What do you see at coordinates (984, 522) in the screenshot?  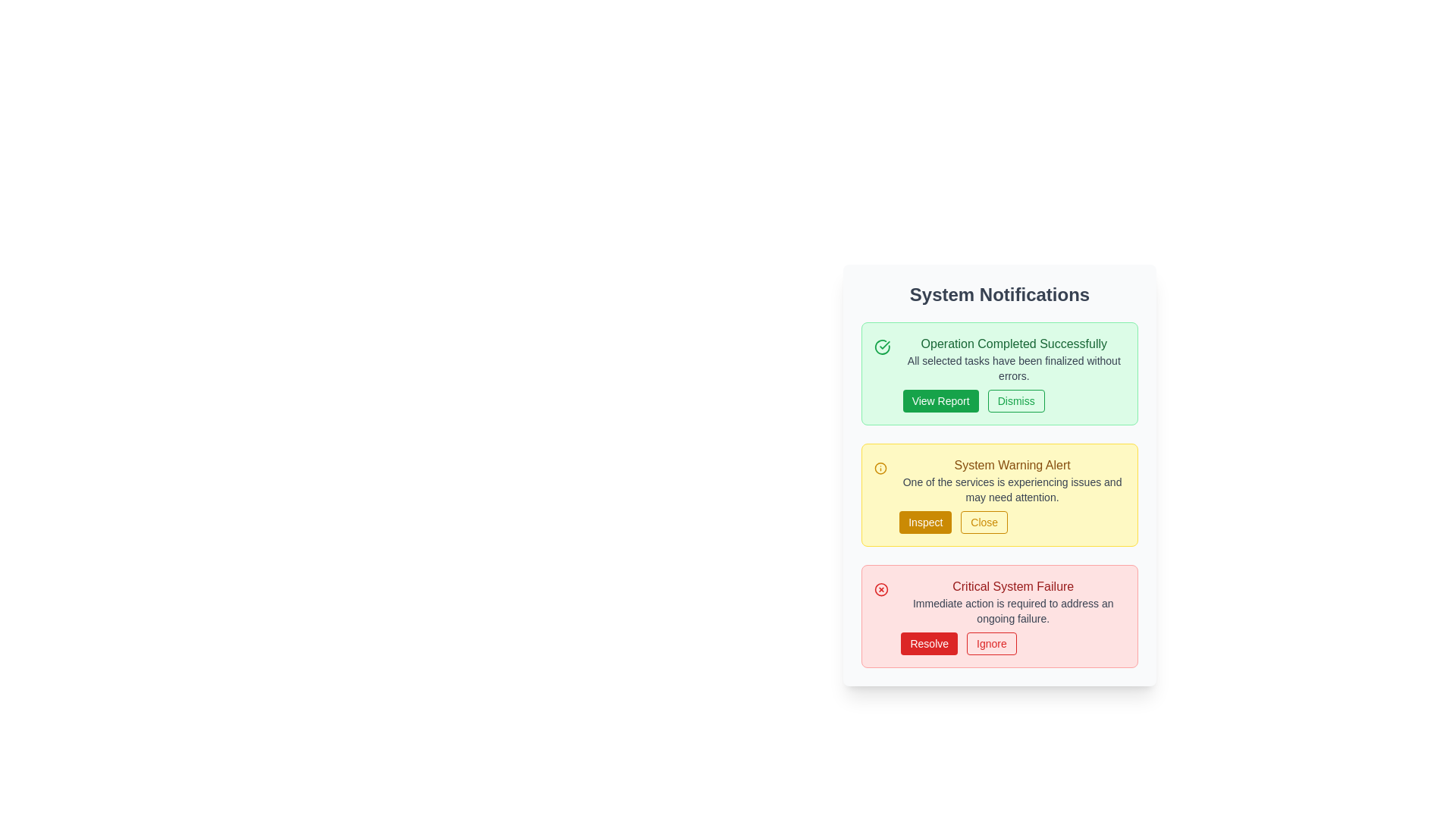 I see `the button designed to close or dismiss the 'System Warning Alert' notification` at bounding box center [984, 522].